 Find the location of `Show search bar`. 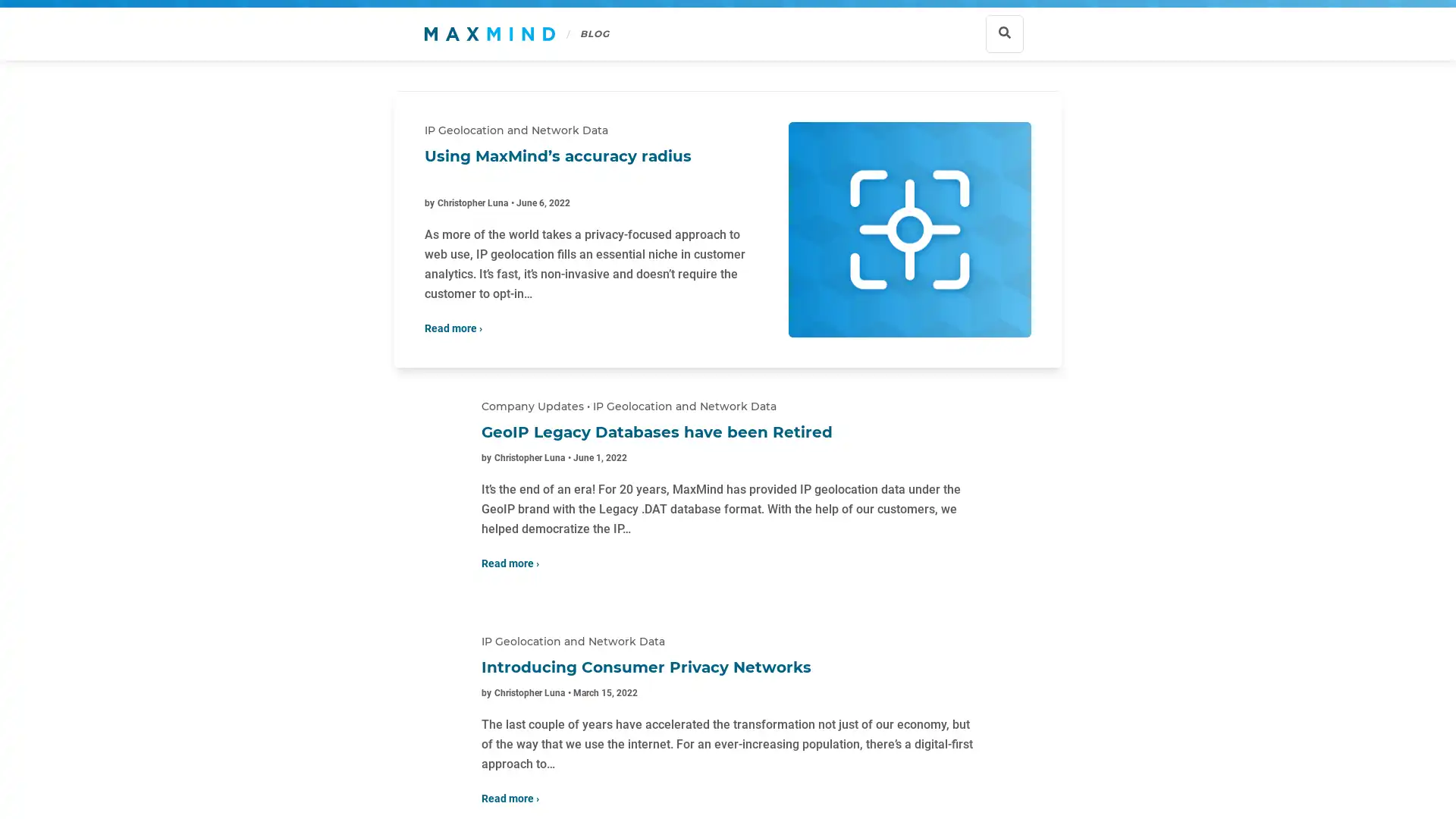

Show search bar is located at coordinates (1004, 34).